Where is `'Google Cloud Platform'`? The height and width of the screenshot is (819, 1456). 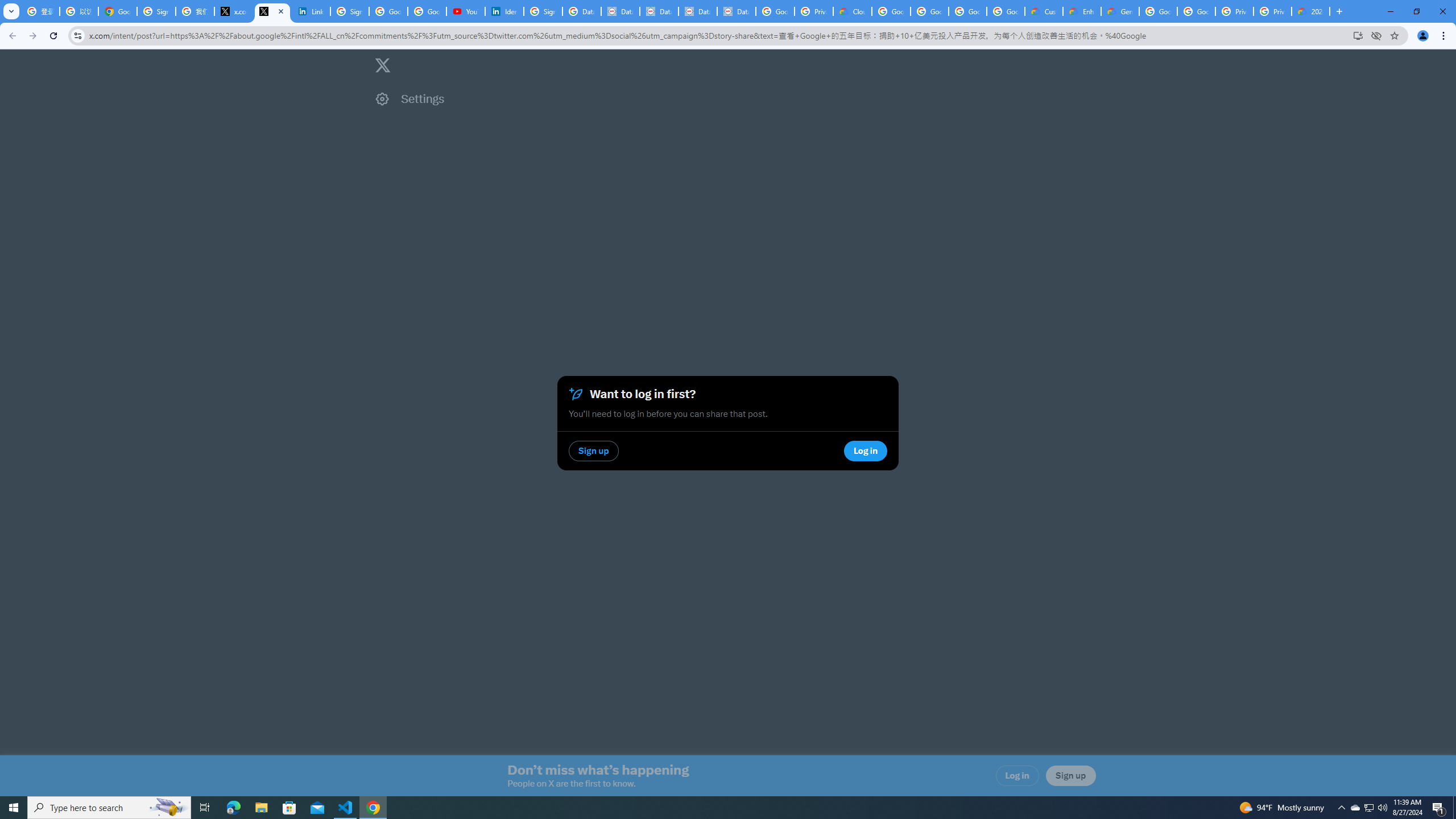 'Google Cloud Platform' is located at coordinates (1157, 11).